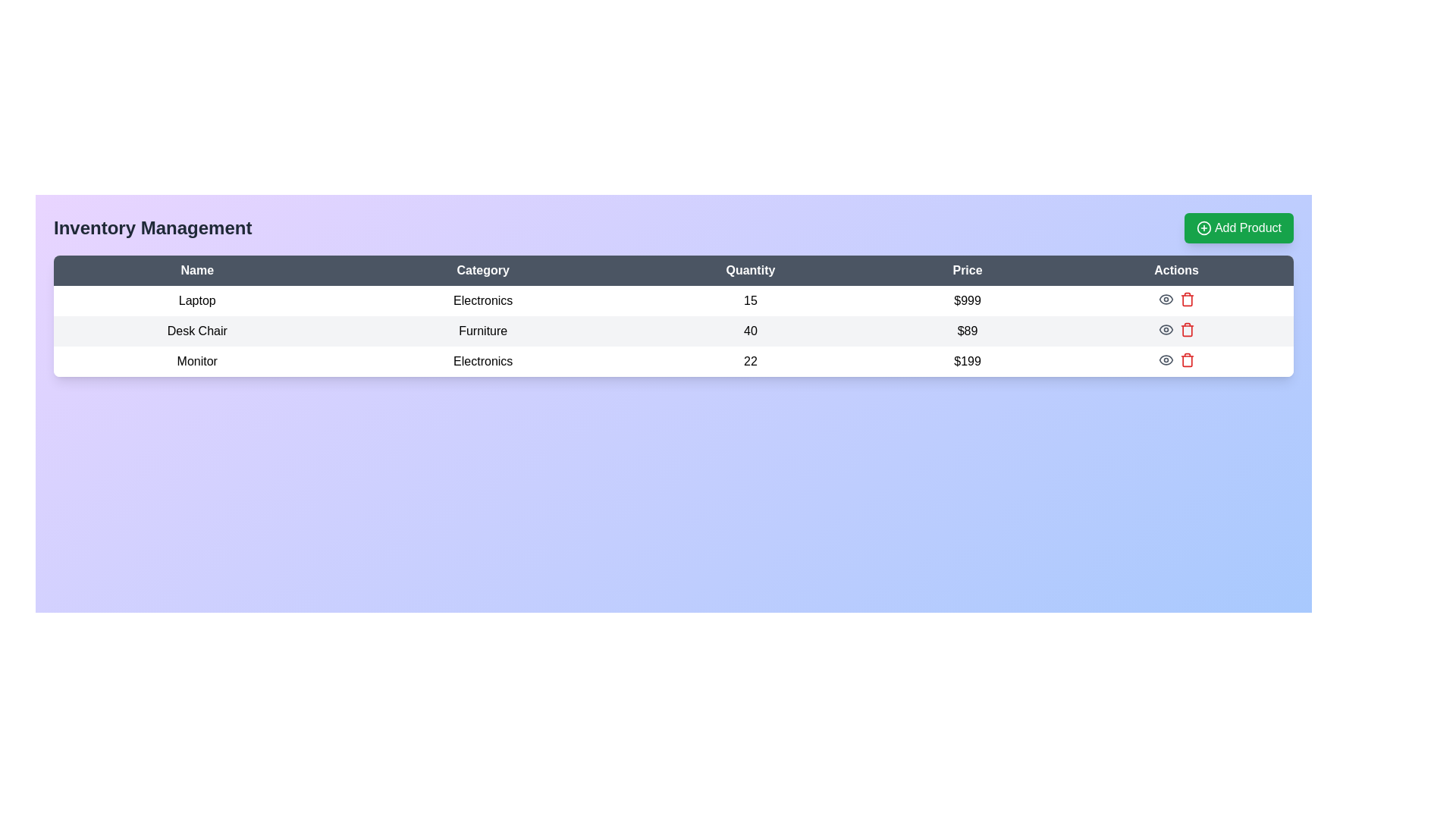 This screenshot has height=819, width=1456. What do you see at coordinates (750, 362) in the screenshot?
I see `the text label displaying the number '22' in the 'Quantity' column of the last row in the table that corresponds to the 'Monitor' item` at bounding box center [750, 362].